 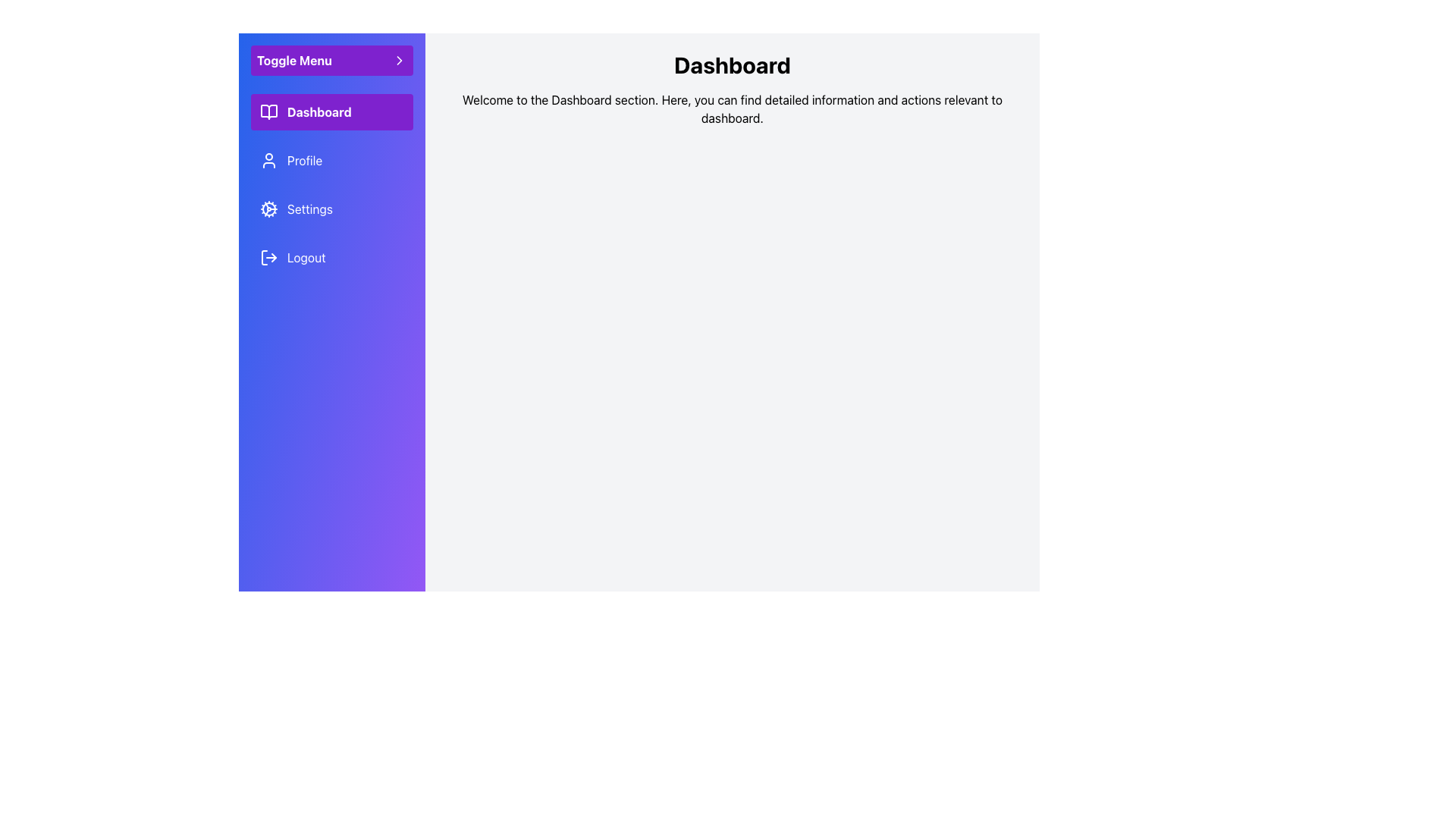 What do you see at coordinates (294, 60) in the screenshot?
I see `the text label positioned near the top of the vertical sidebar, above options like 'Dashboard' and 'Profile', which is part of a control group with an arrow icon indicating expandability` at bounding box center [294, 60].